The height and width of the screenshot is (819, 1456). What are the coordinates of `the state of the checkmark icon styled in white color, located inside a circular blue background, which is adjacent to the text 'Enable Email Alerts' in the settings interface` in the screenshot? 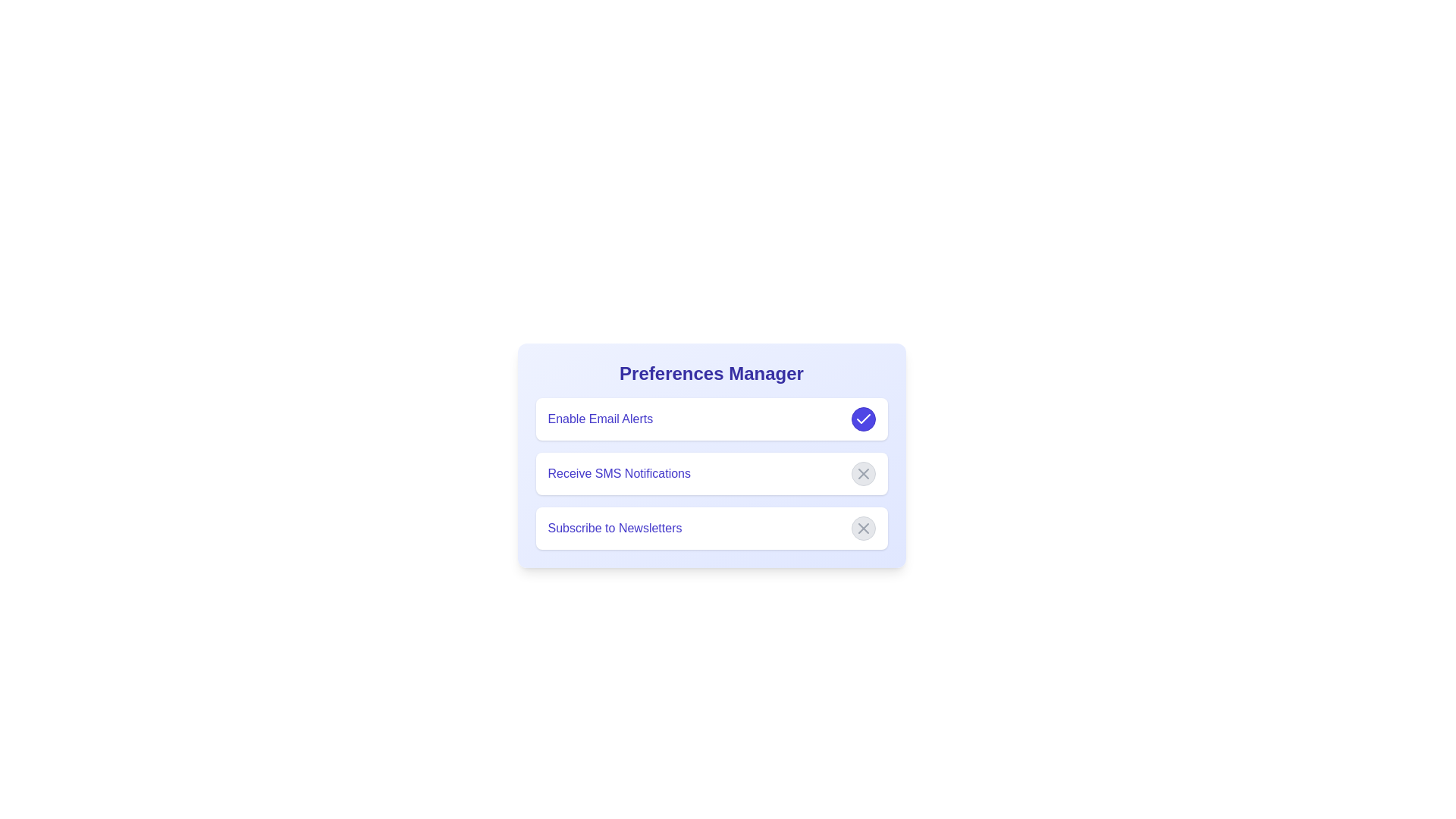 It's located at (863, 419).